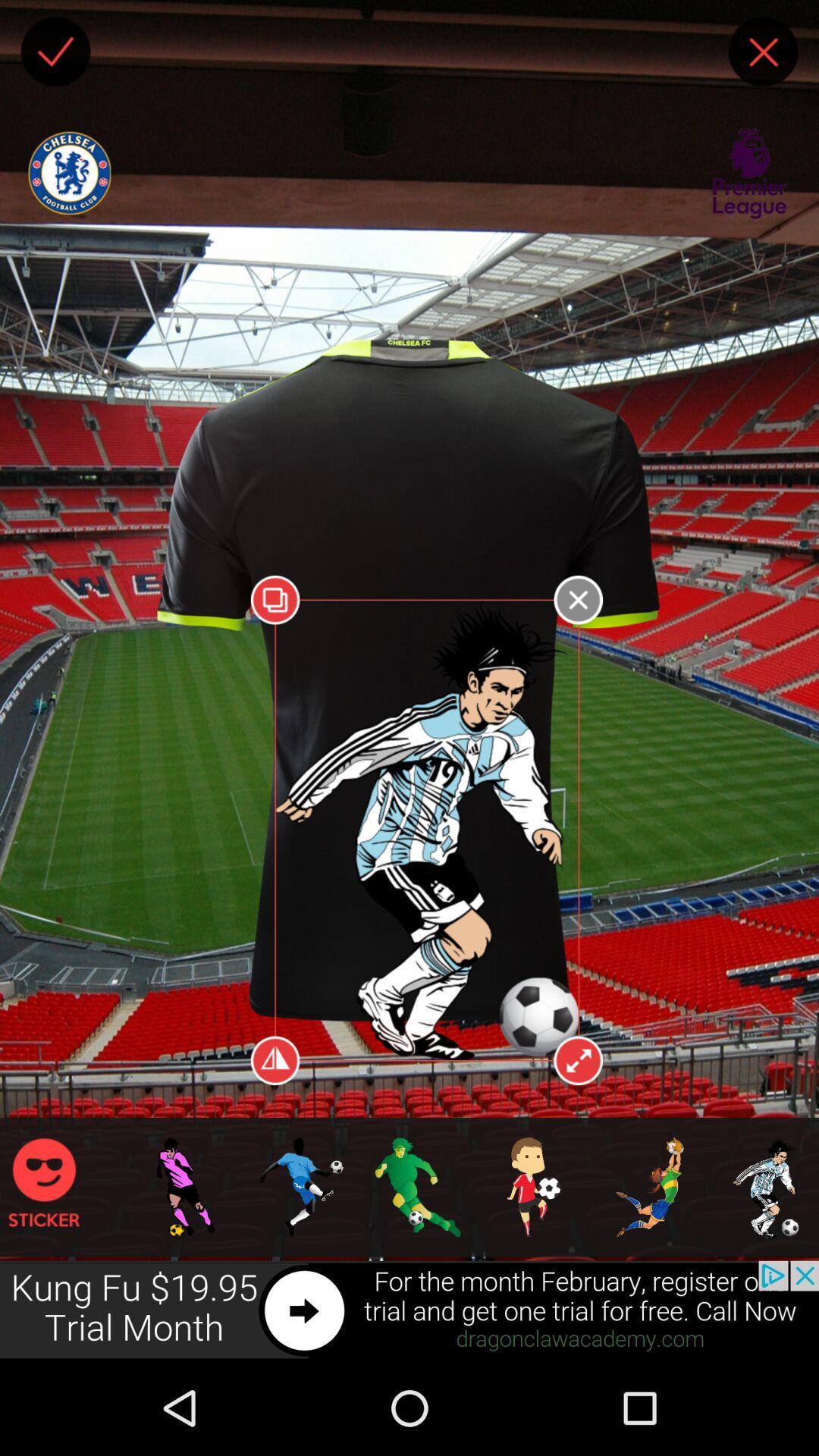 The image size is (819, 1456). What do you see at coordinates (684, 1207) in the screenshot?
I see `selected drill` at bounding box center [684, 1207].